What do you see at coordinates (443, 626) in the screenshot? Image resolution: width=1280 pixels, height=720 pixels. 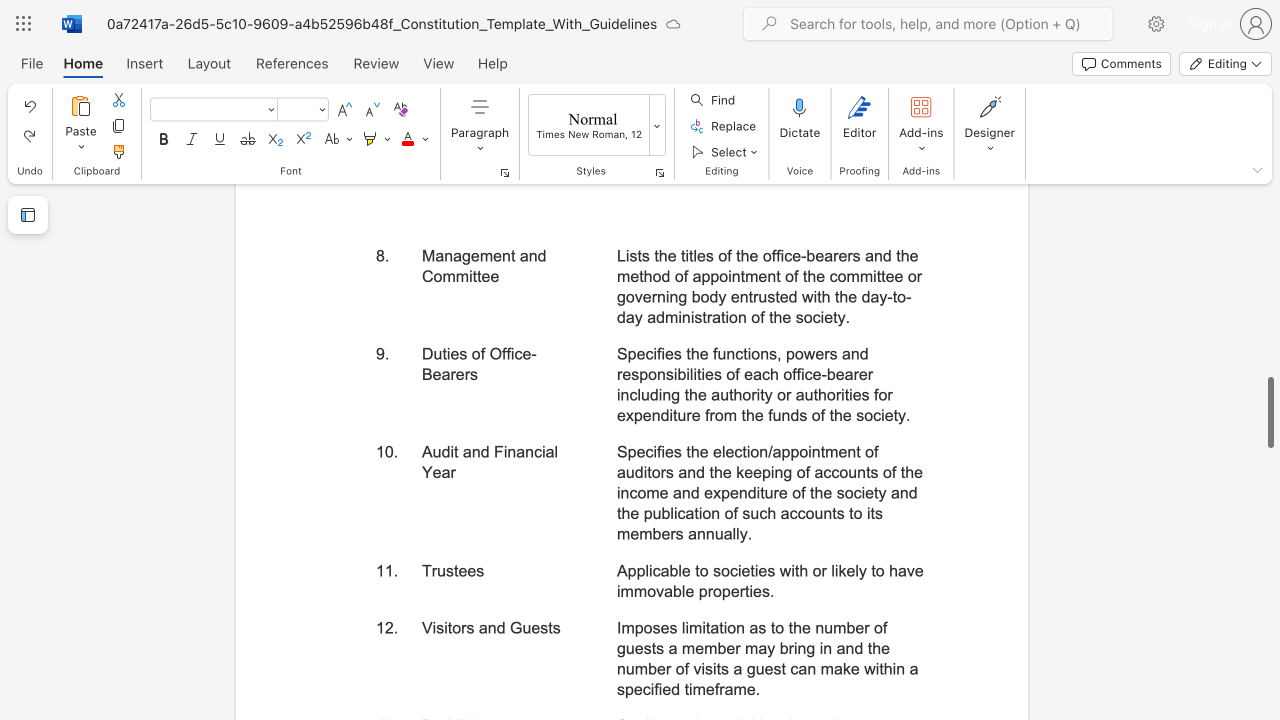 I see `the subset text "itors and Gue" within the text "Visitors and Guests"` at bounding box center [443, 626].